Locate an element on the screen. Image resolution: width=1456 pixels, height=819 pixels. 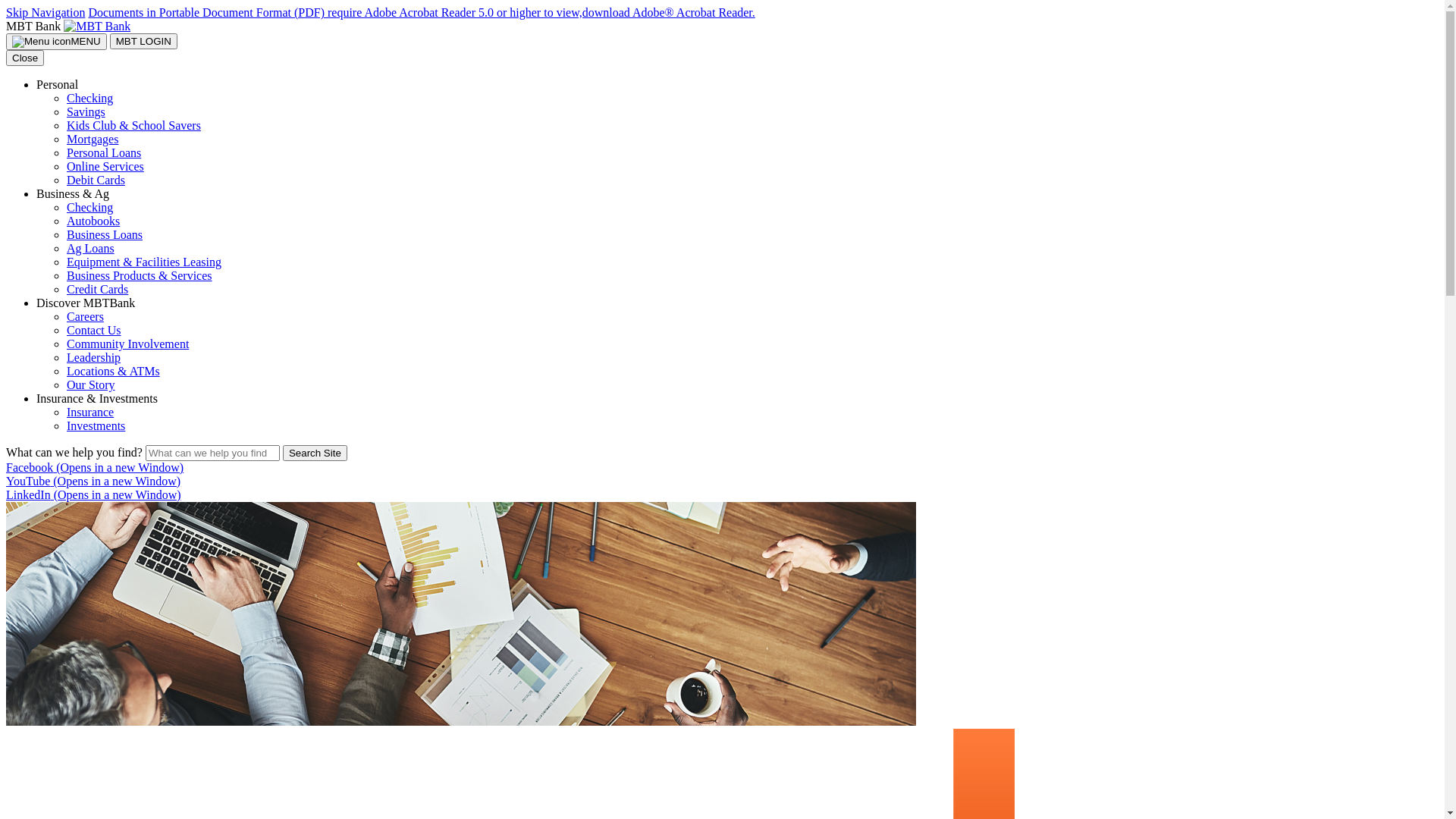
'Business Loans' is located at coordinates (104, 234).